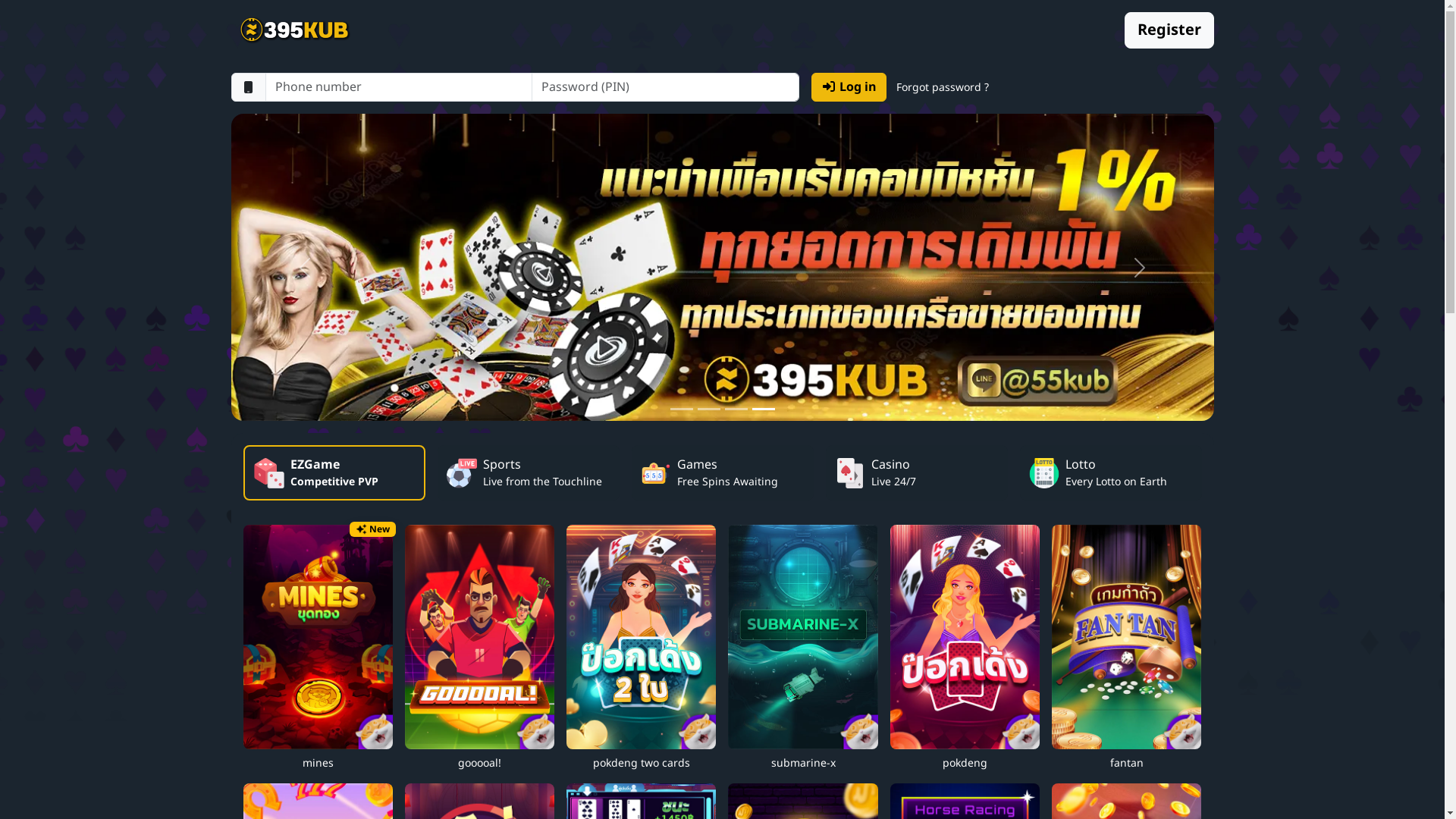 This screenshot has width=1456, height=819. I want to click on 'pokdeng', so click(964, 648).